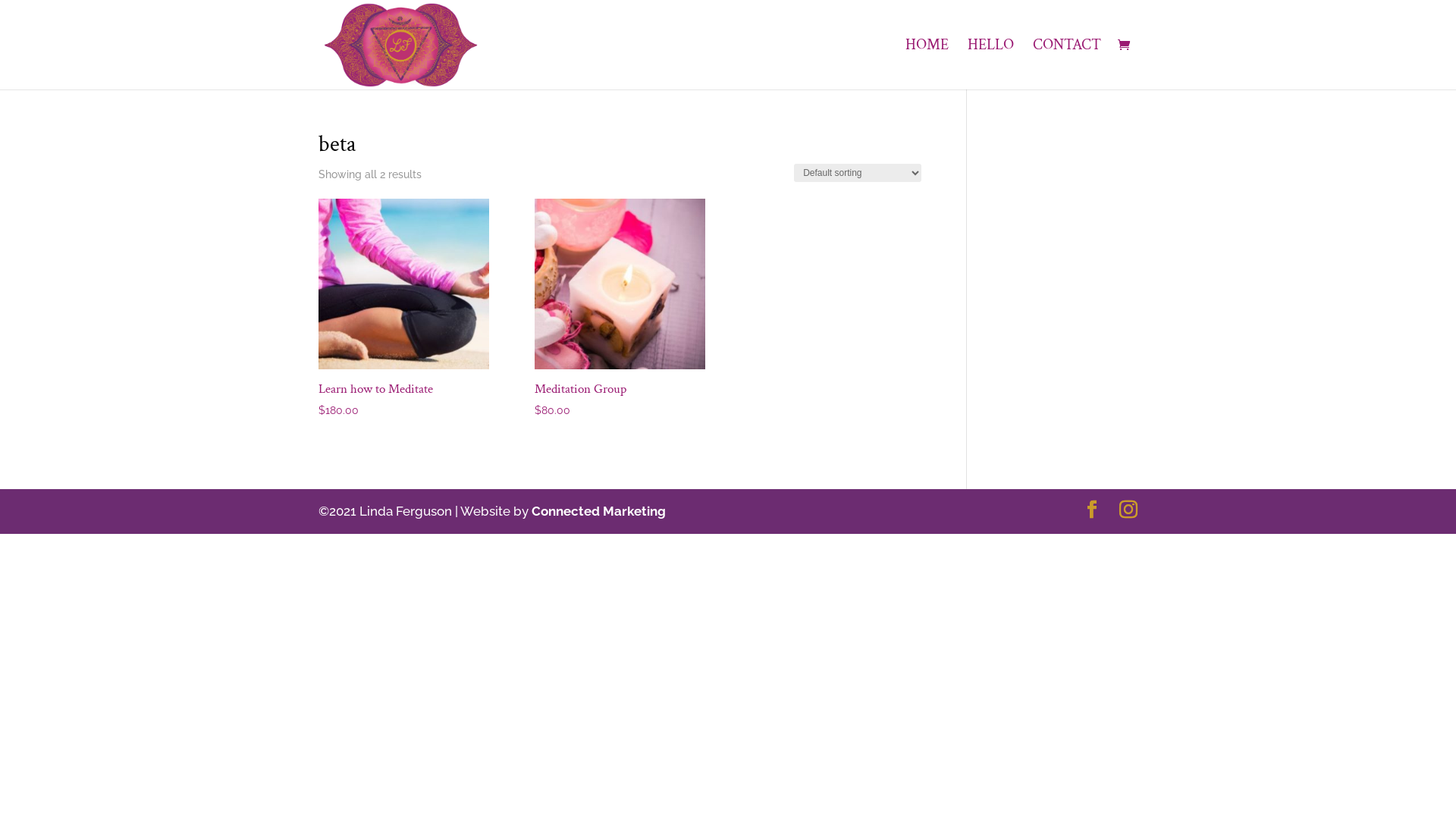  What do you see at coordinates (1065, 63) in the screenshot?
I see `'CONTACT'` at bounding box center [1065, 63].